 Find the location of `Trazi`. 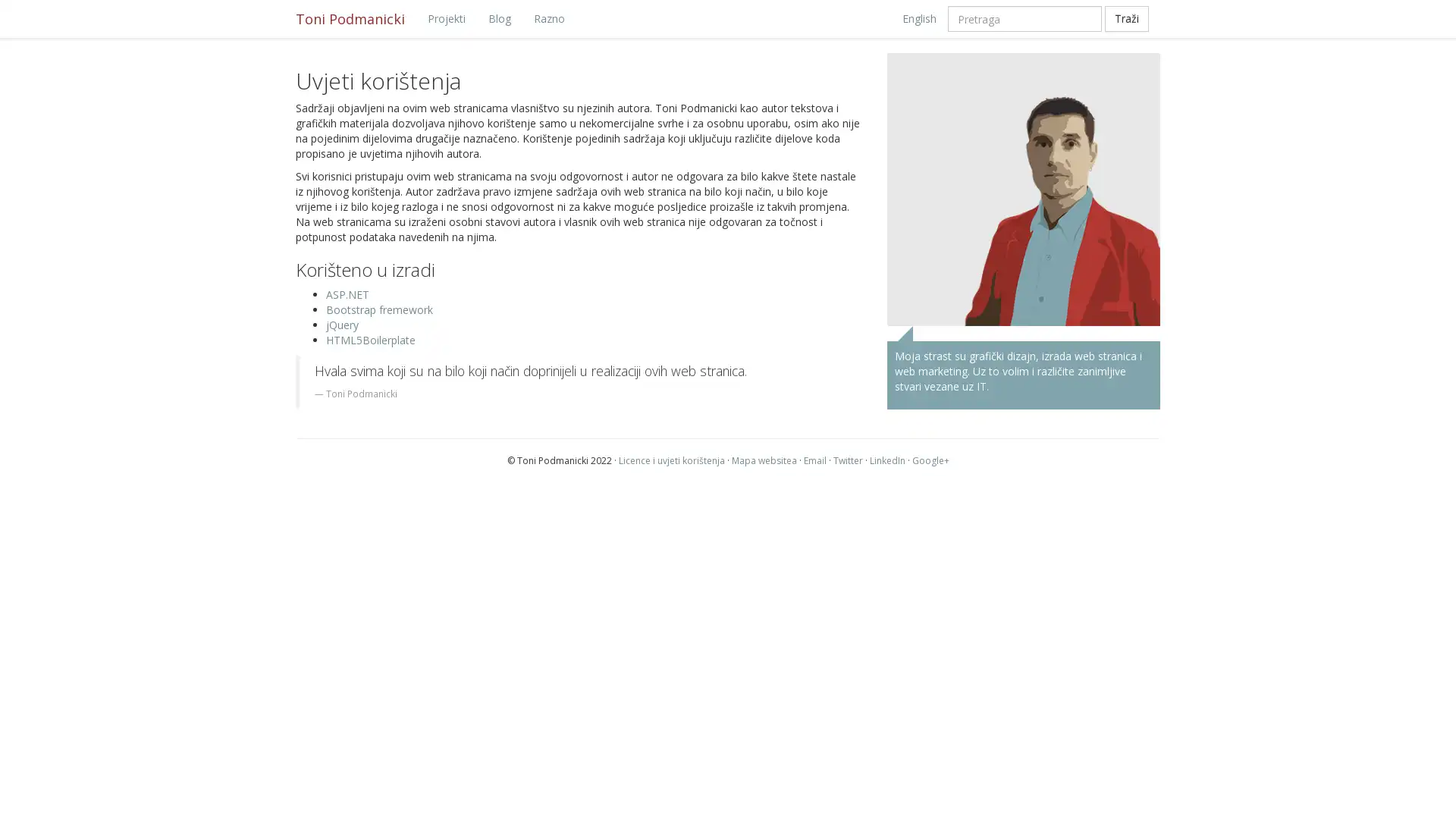

Trazi is located at coordinates (1127, 18).